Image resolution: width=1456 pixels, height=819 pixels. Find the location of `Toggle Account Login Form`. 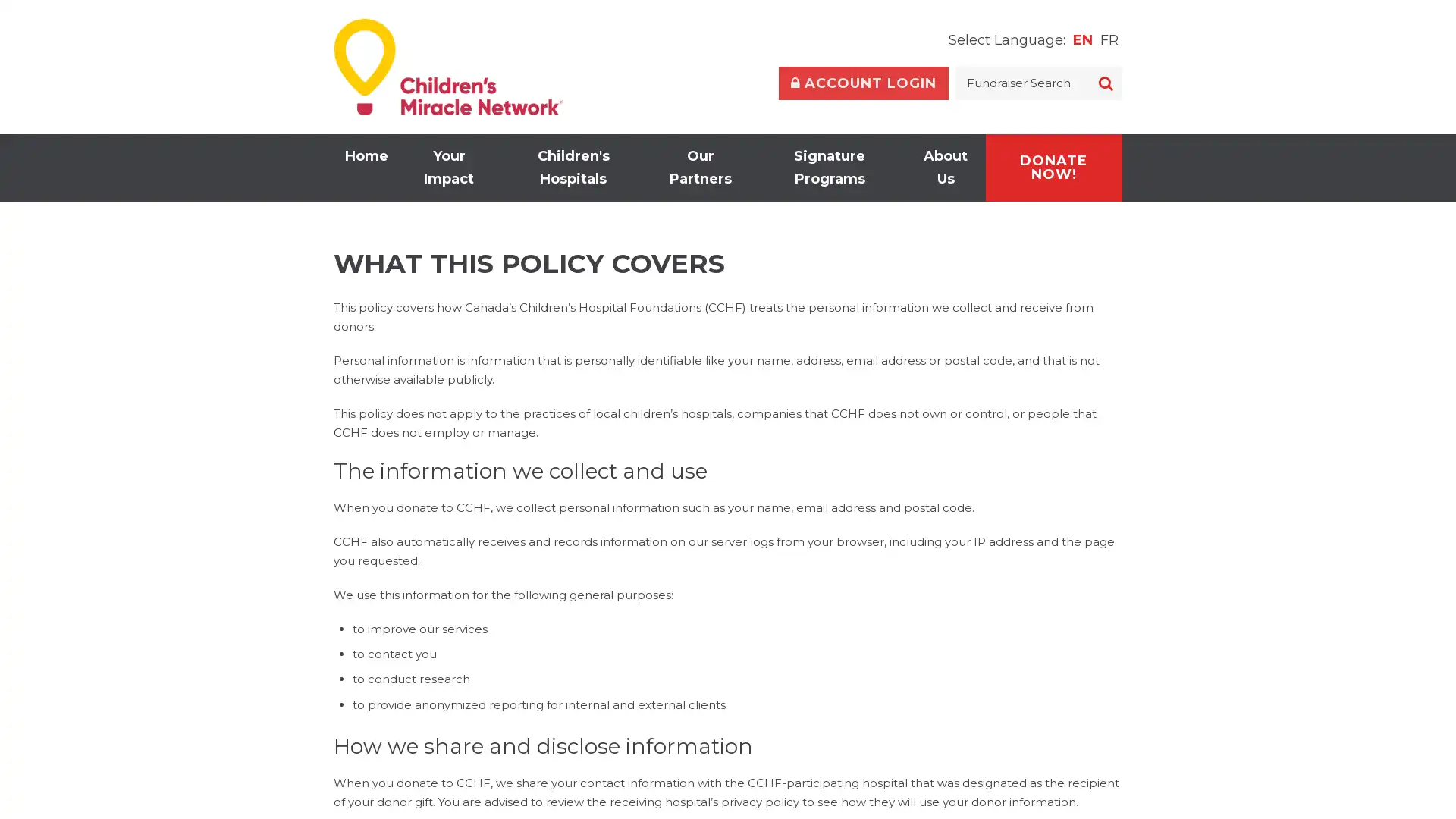

Toggle Account Login Form is located at coordinates (870, 82).